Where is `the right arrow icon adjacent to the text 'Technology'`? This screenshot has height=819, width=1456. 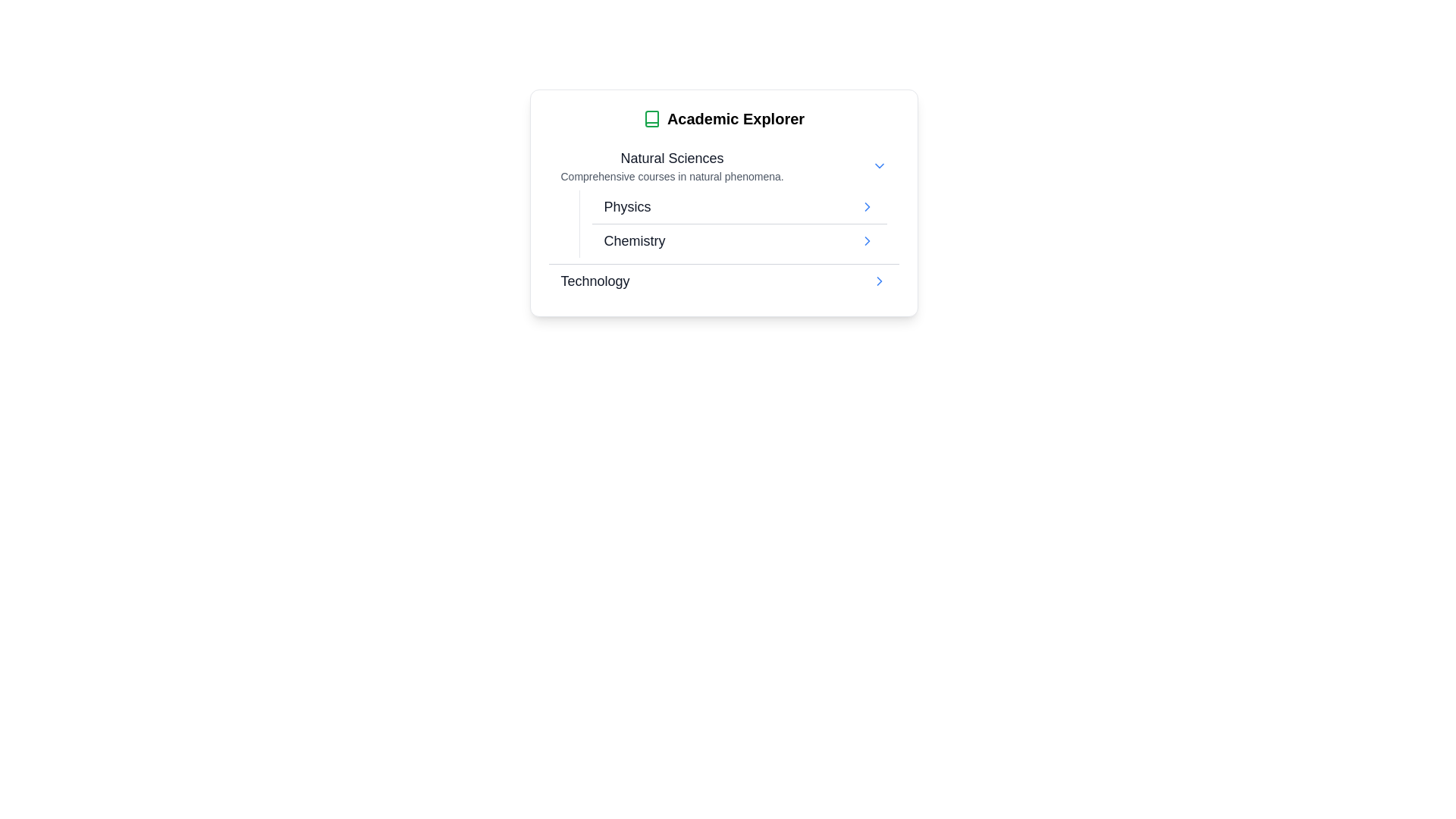 the right arrow icon adjacent to the text 'Technology' is located at coordinates (879, 281).